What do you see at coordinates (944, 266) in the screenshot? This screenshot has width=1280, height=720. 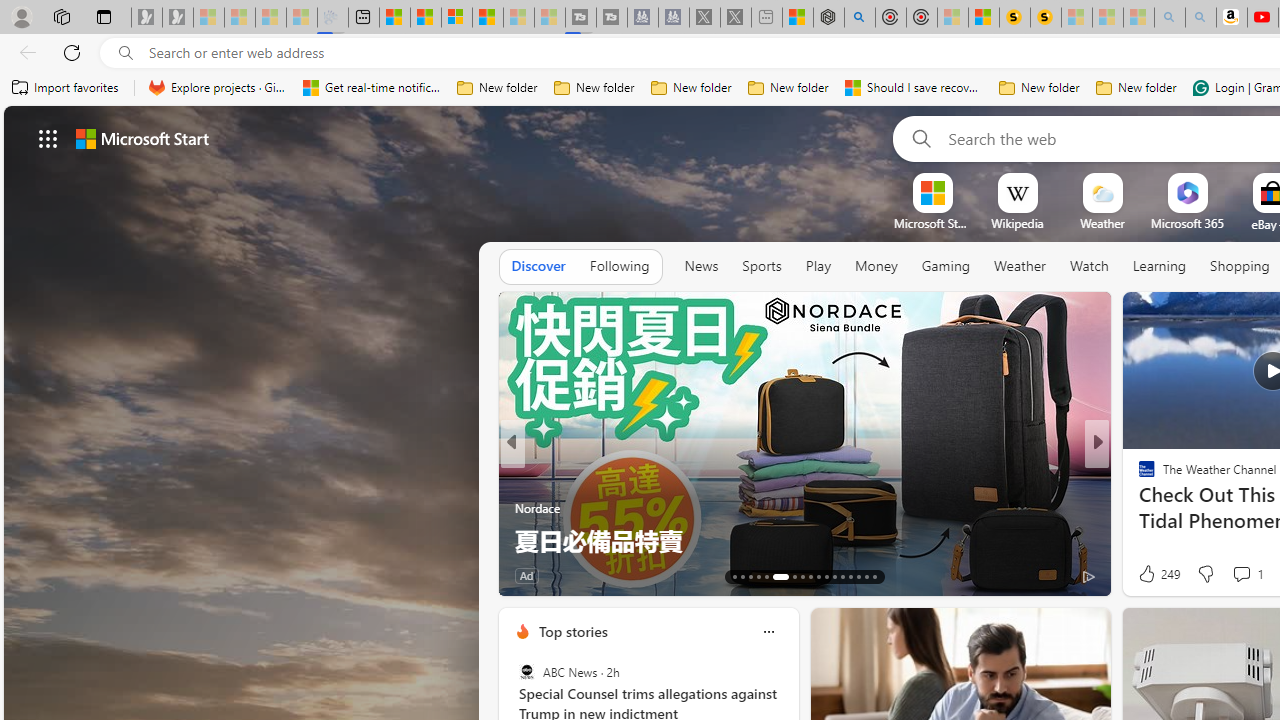 I see `'Gaming'` at bounding box center [944, 266].